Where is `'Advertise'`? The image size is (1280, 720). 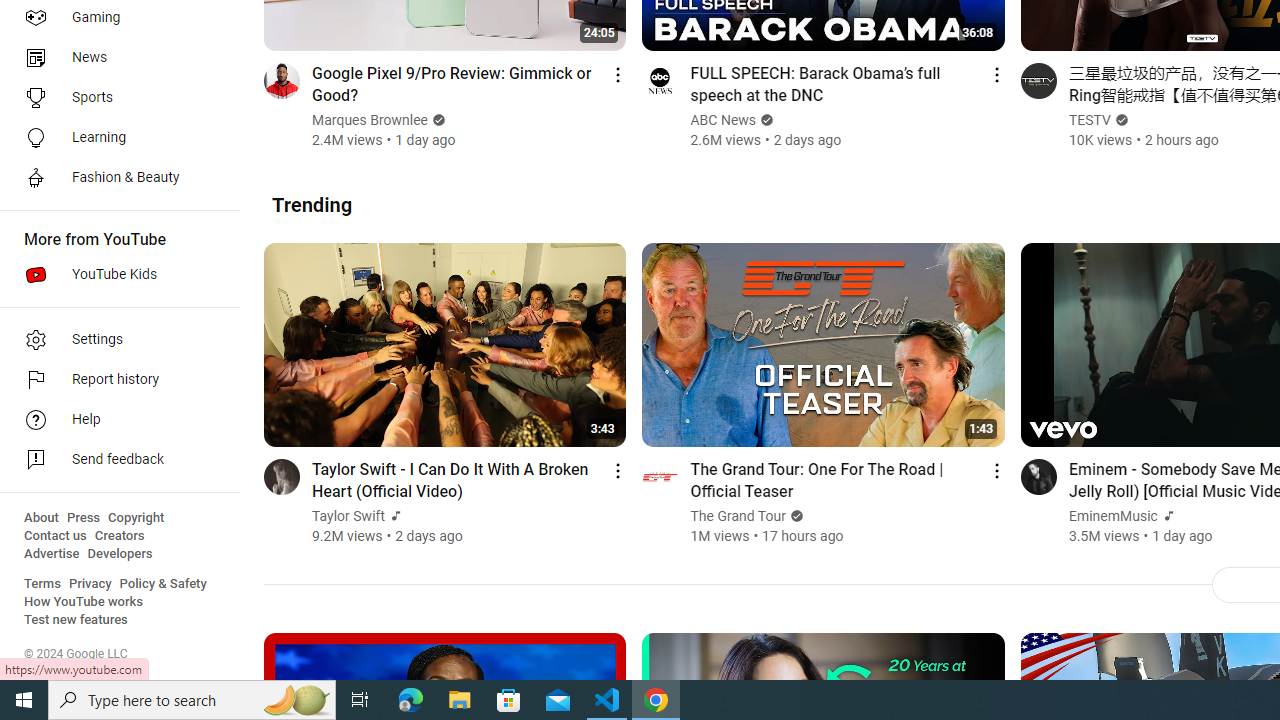
'Advertise' is located at coordinates (51, 554).